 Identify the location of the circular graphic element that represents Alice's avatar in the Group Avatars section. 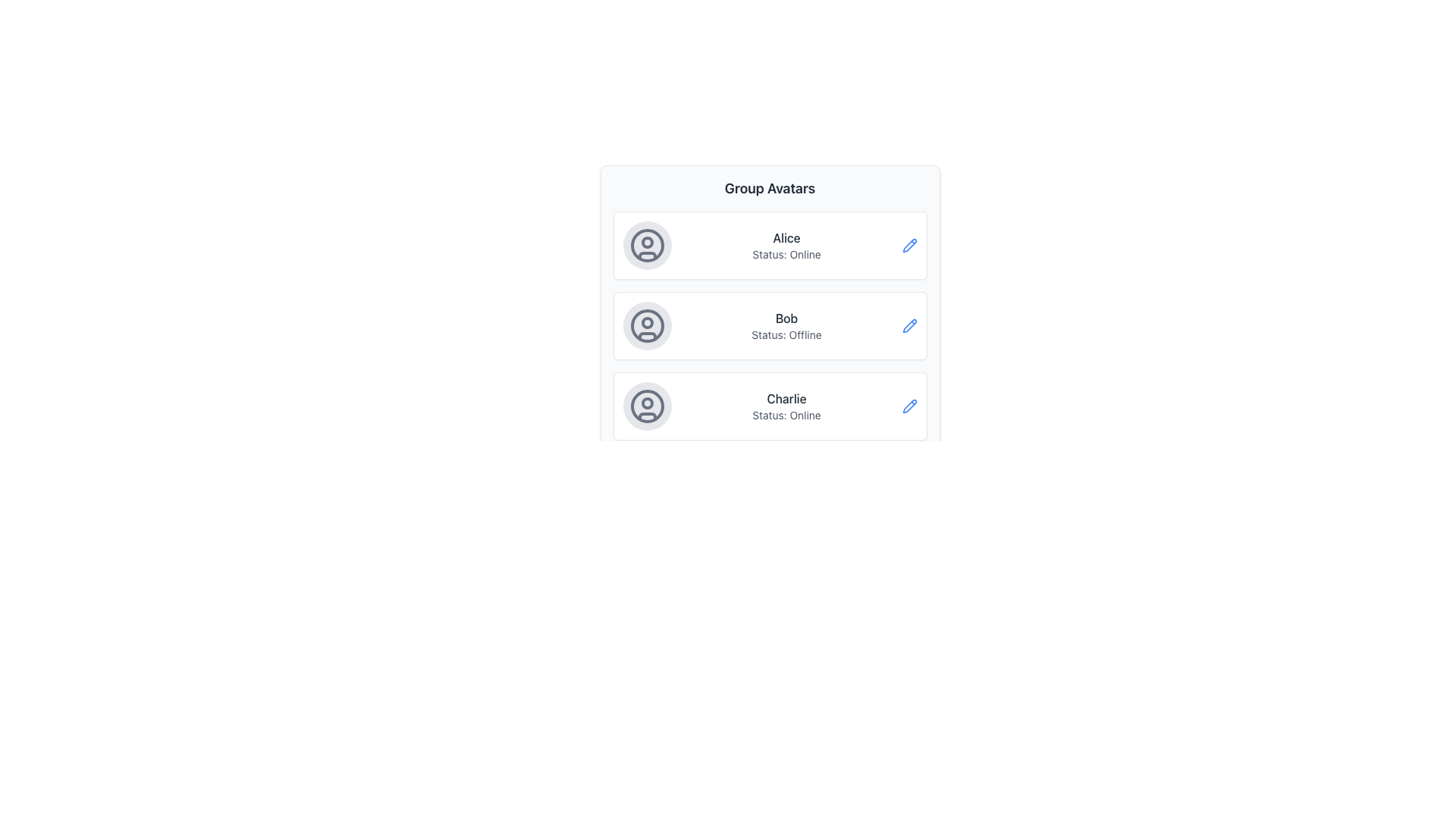
(647, 245).